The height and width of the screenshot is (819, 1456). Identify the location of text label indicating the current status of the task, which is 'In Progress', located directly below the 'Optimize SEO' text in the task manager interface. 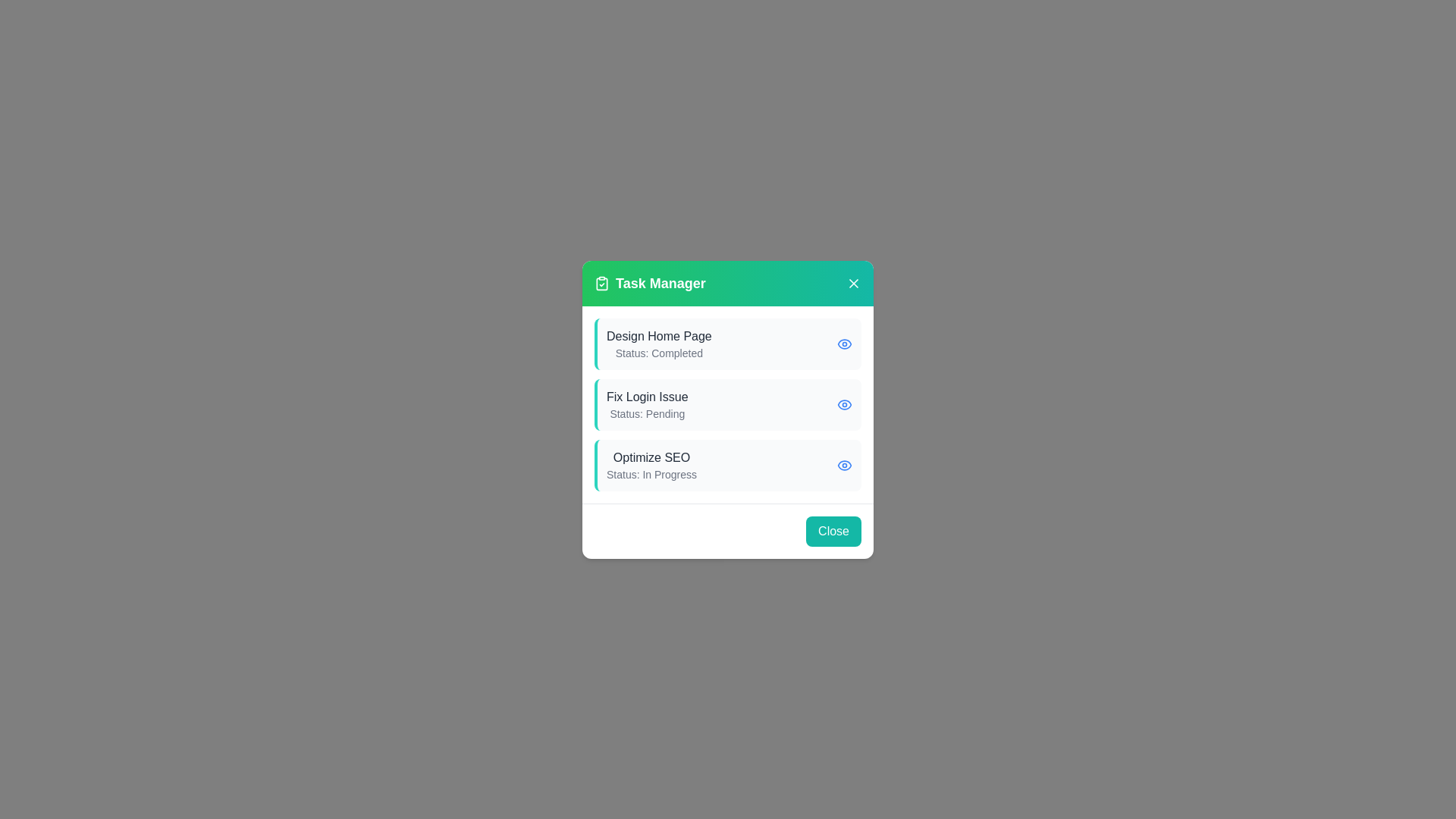
(651, 473).